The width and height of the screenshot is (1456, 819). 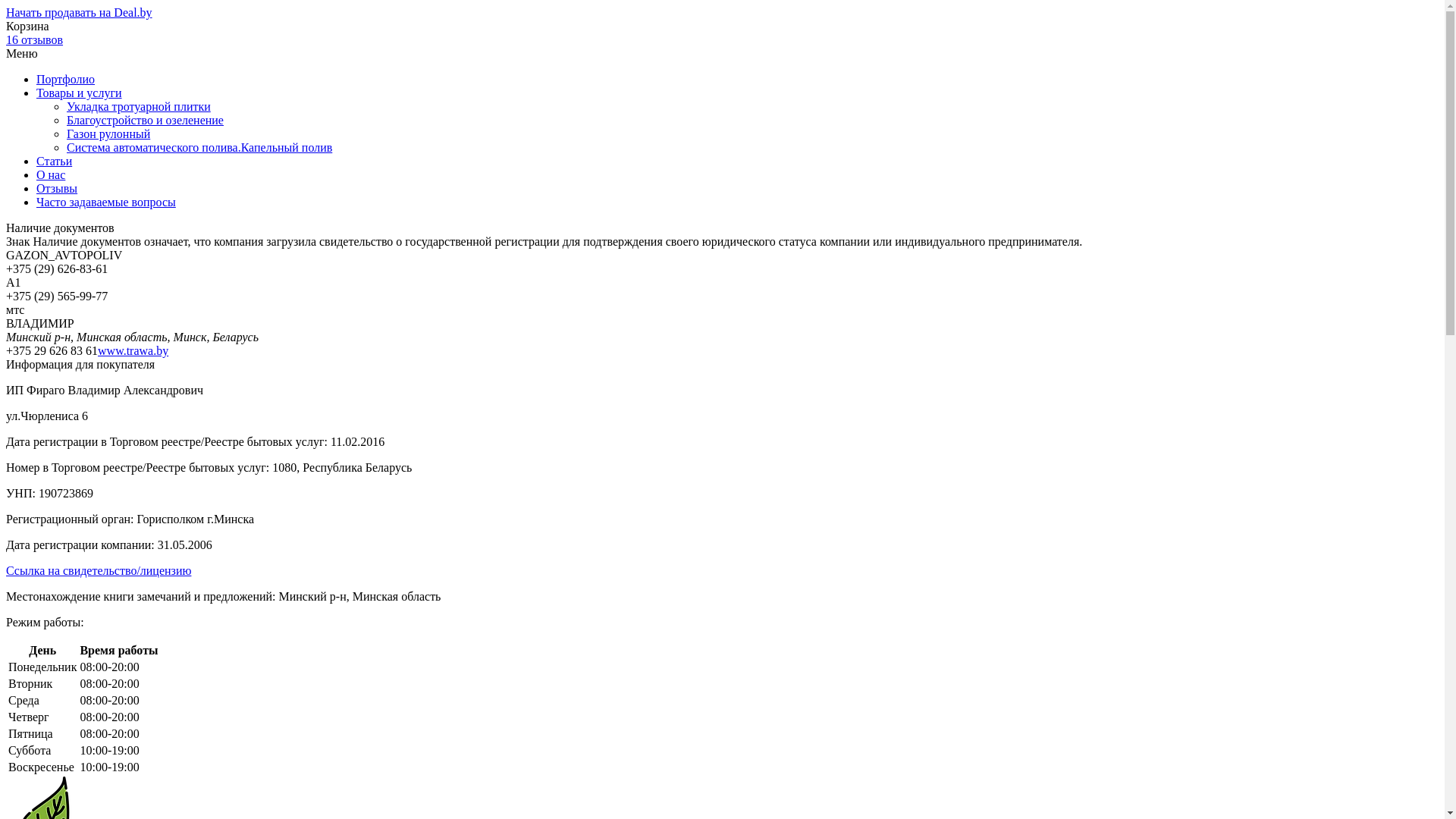 I want to click on 'www.trawa.by', so click(x=133, y=350).